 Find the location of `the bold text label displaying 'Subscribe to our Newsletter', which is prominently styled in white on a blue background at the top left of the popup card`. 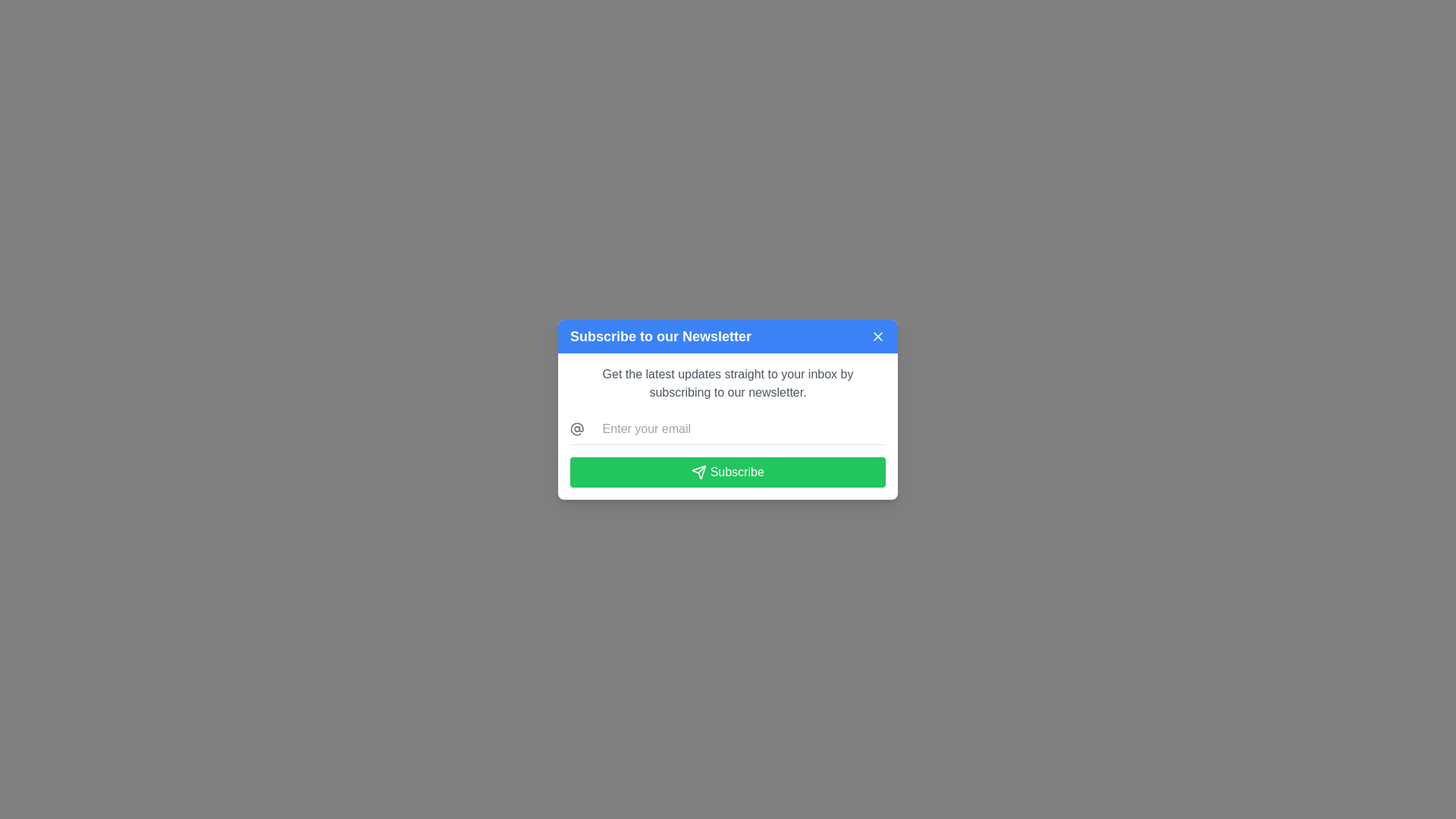

the bold text label displaying 'Subscribe to our Newsletter', which is prominently styled in white on a blue background at the top left of the popup card is located at coordinates (661, 335).